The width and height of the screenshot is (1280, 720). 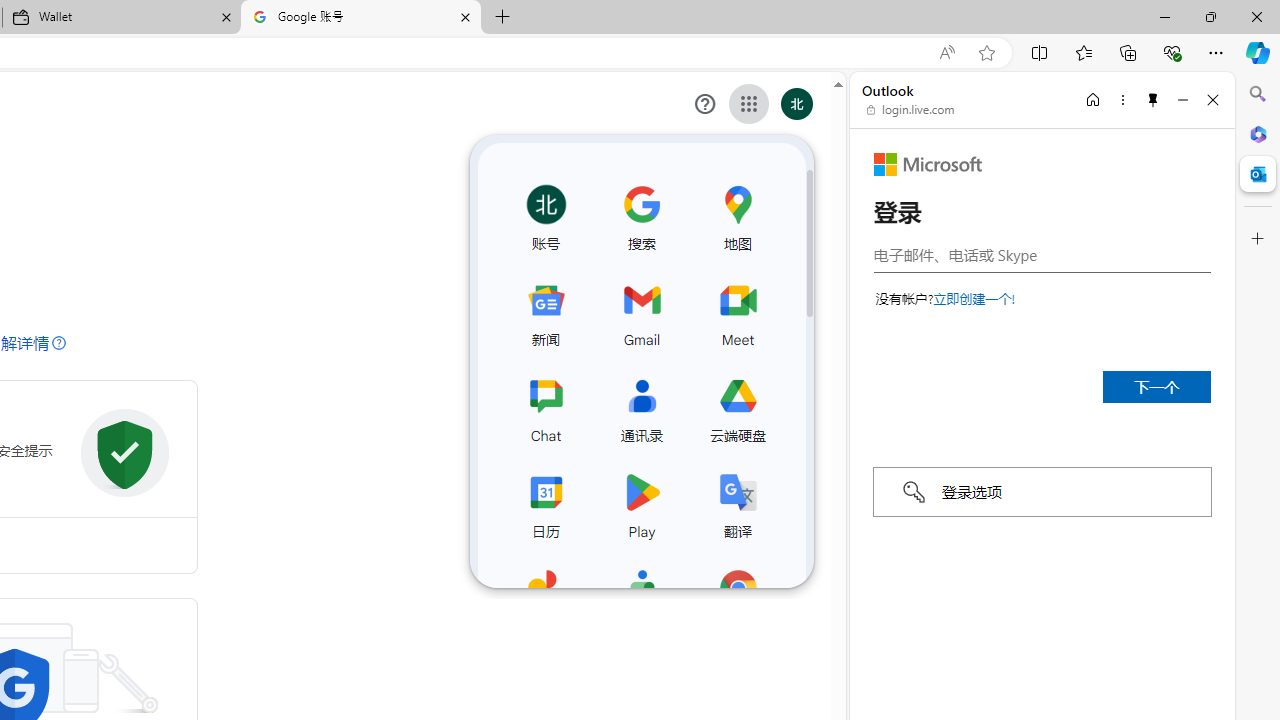 I want to click on 'Unpin side pane', so click(x=1153, y=99).